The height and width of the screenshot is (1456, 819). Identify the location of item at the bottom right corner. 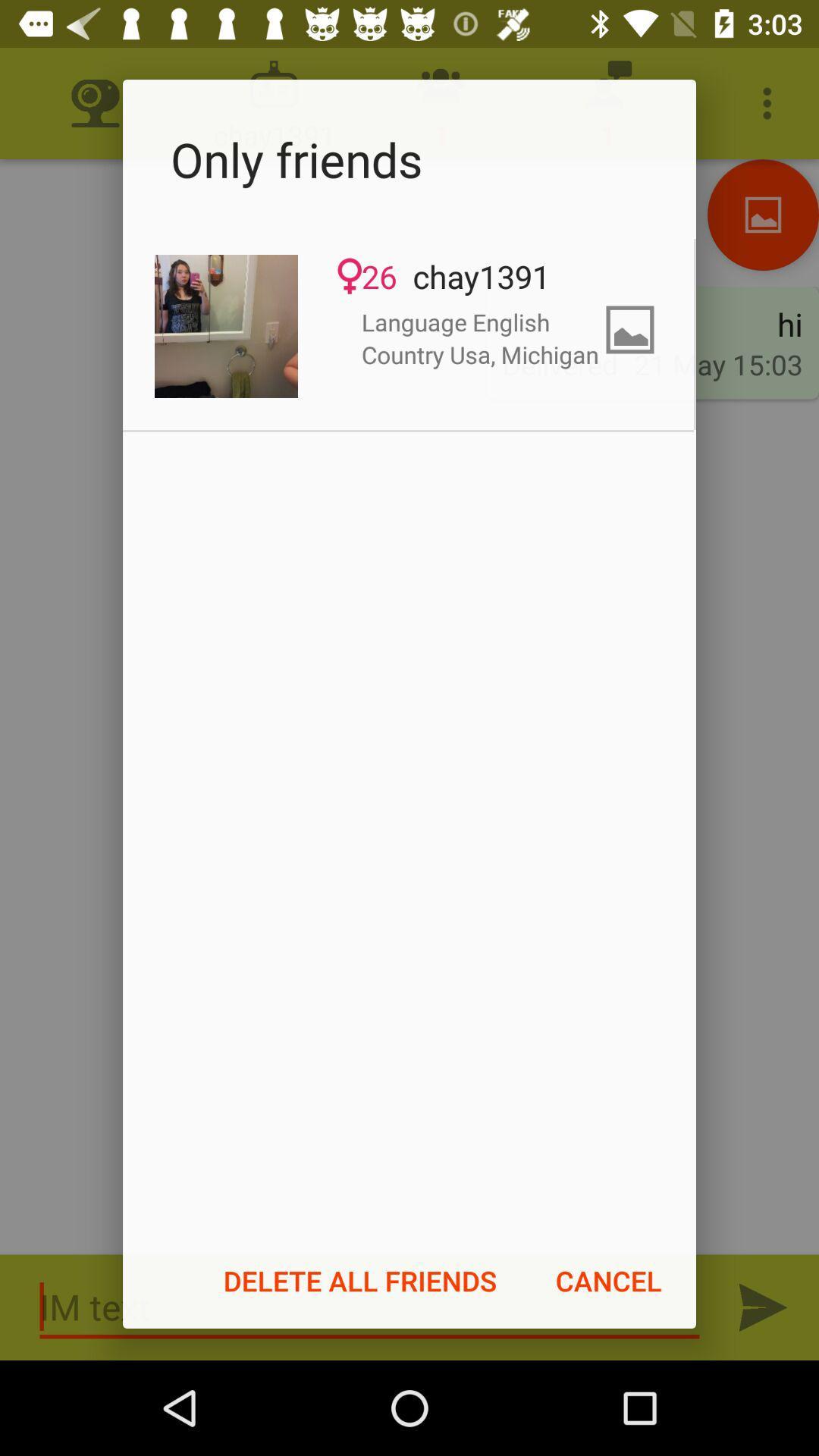
(607, 1280).